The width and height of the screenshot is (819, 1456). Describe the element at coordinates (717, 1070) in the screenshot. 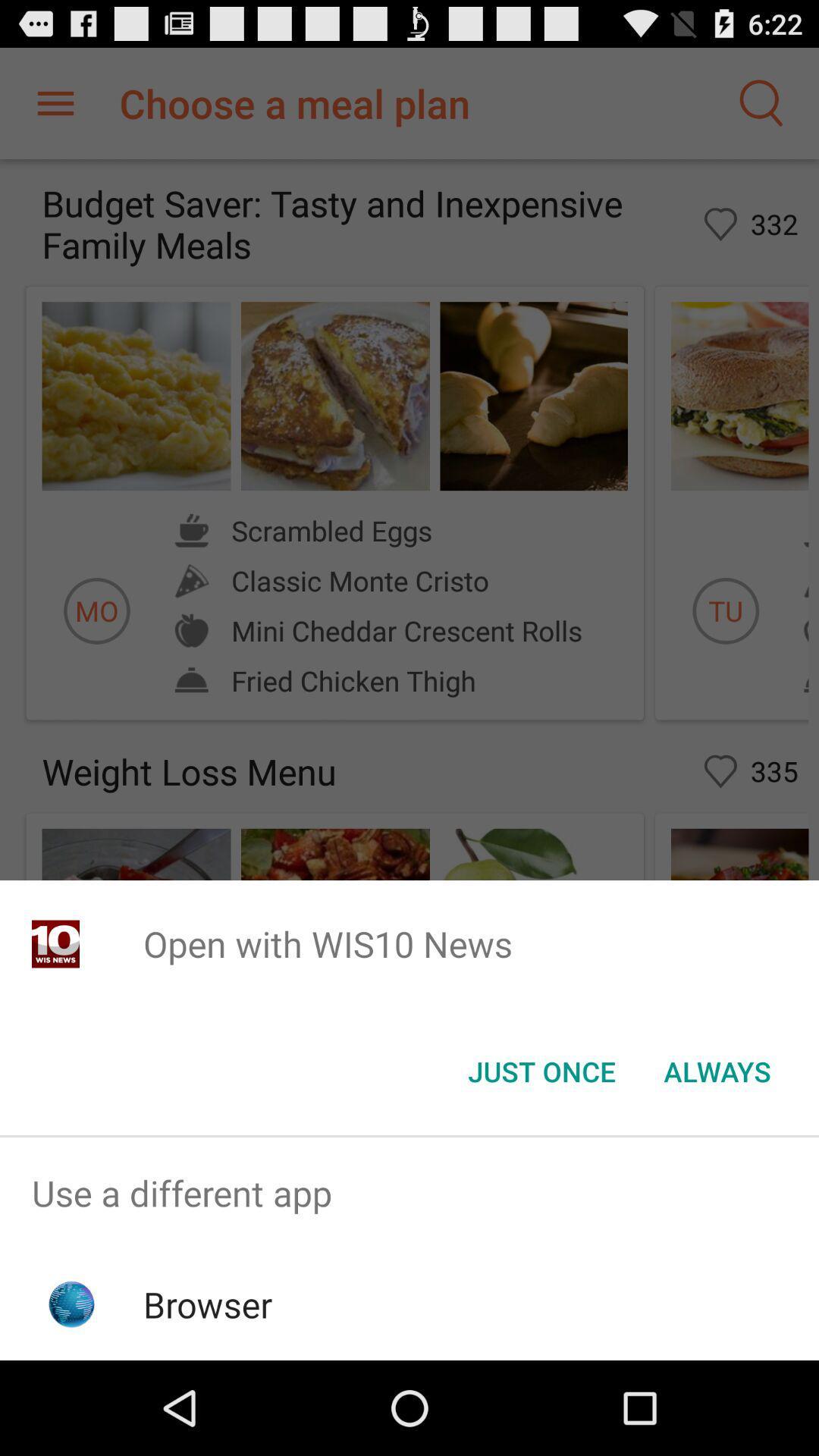

I see `the item at the bottom right corner` at that location.